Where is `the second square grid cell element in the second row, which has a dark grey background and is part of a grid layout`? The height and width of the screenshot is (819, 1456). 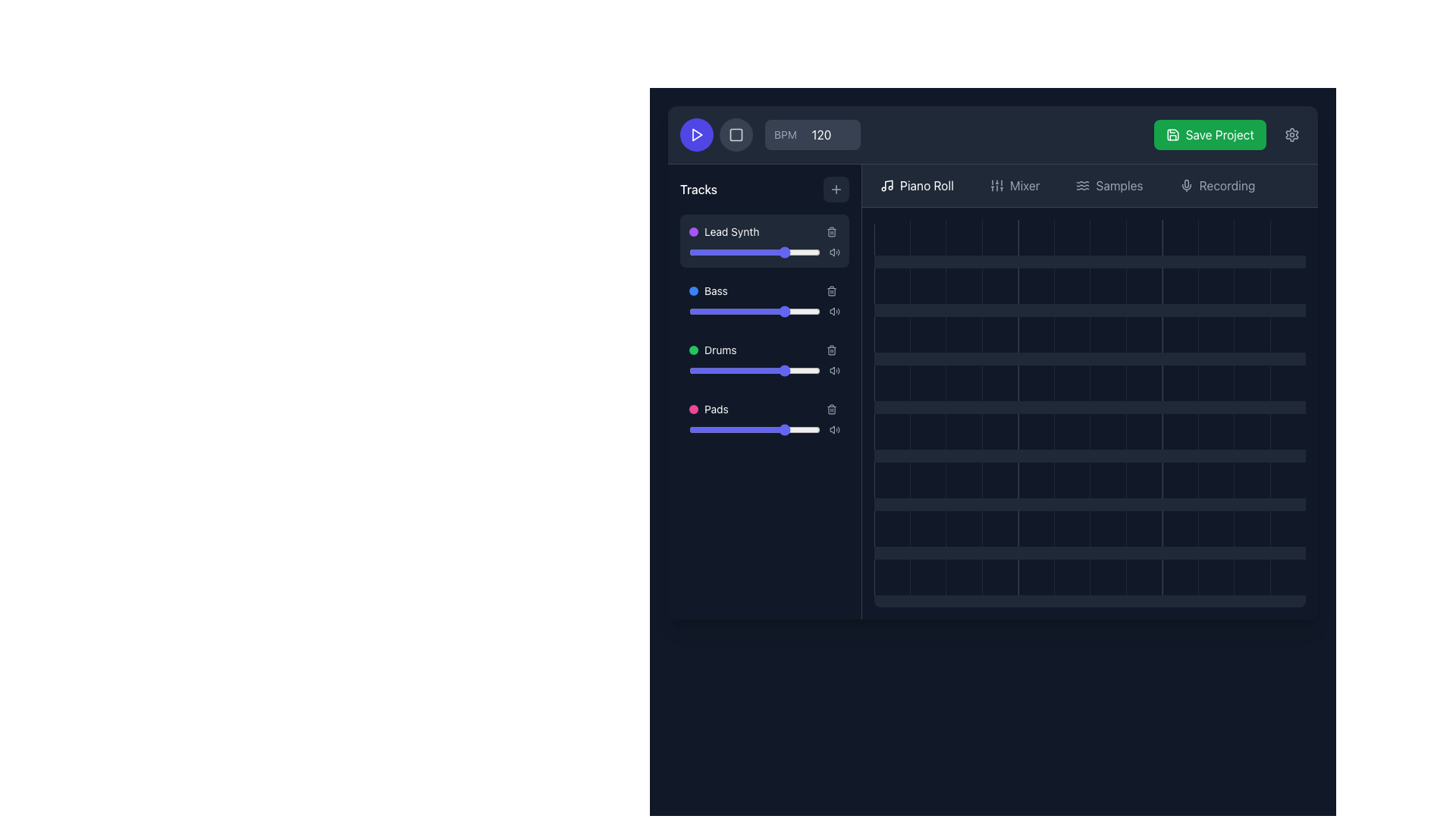
the second square grid cell element in the second row, which has a dark grey background and is part of a grid layout is located at coordinates (927, 286).